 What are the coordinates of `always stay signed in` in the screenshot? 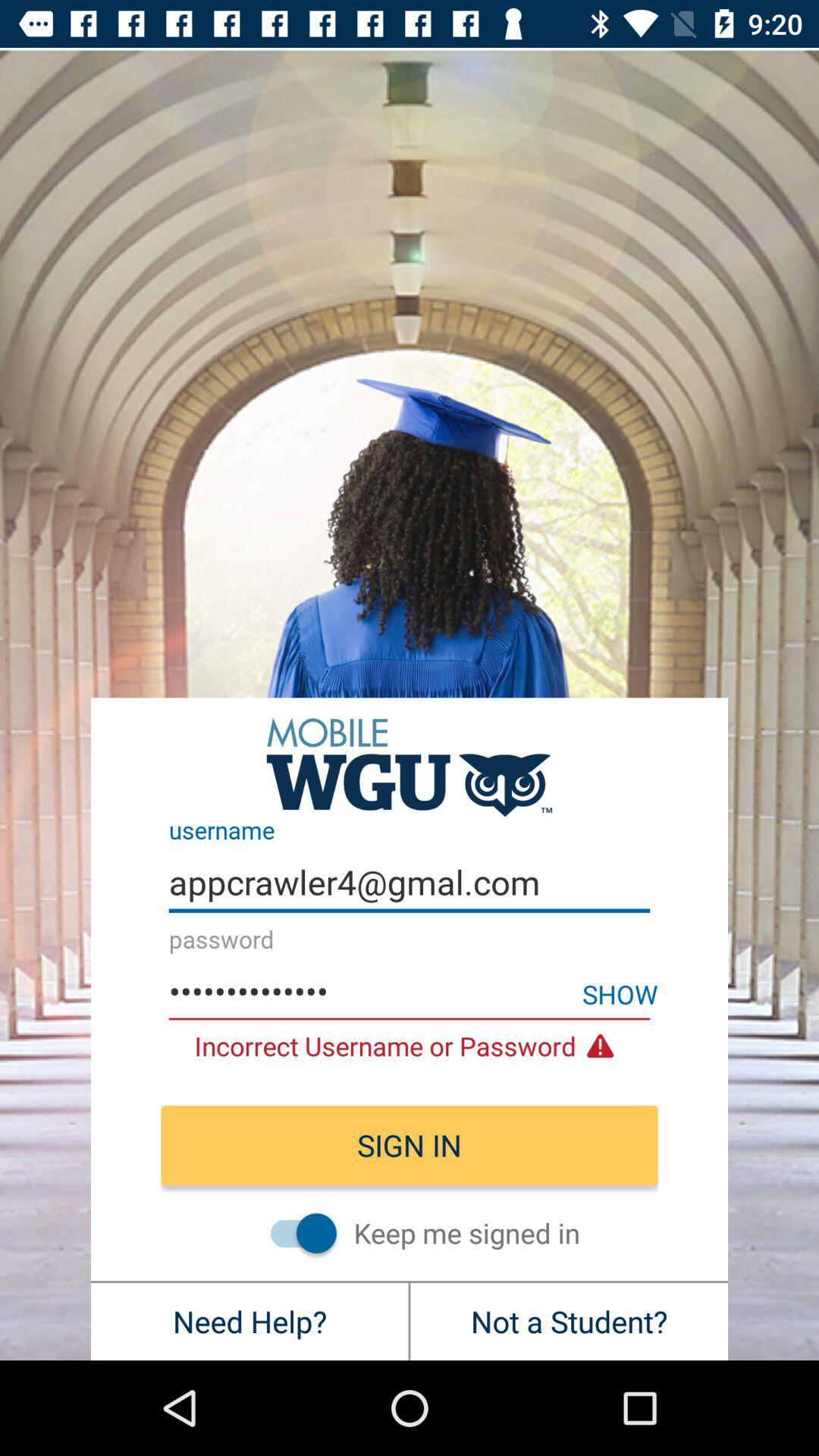 It's located at (296, 1233).